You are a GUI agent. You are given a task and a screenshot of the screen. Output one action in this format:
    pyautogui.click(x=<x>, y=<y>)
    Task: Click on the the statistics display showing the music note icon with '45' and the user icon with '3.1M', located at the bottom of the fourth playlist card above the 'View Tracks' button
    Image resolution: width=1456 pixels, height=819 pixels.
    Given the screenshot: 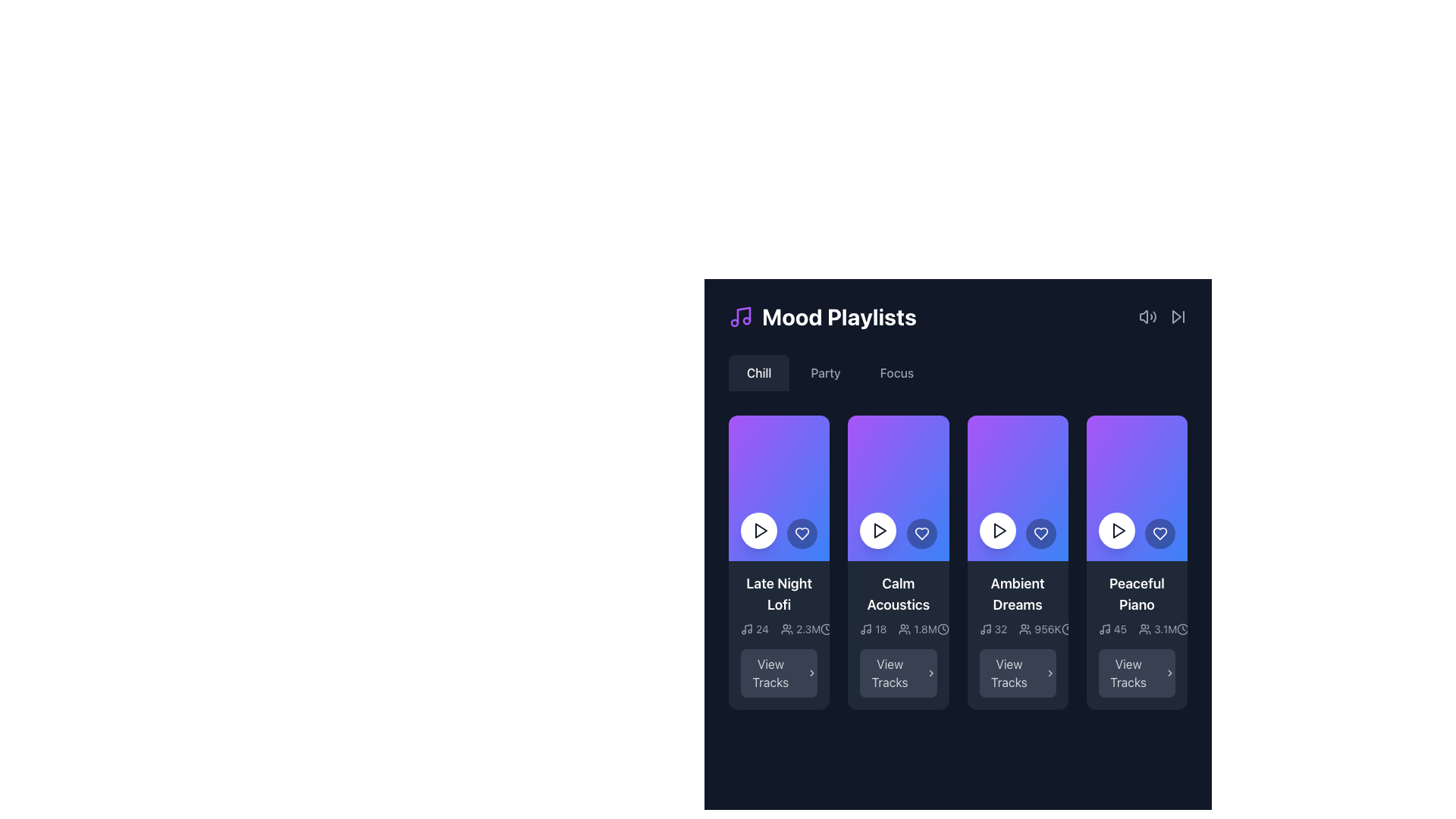 What is the action you would take?
    pyautogui.click(x=1137, y=629)
    